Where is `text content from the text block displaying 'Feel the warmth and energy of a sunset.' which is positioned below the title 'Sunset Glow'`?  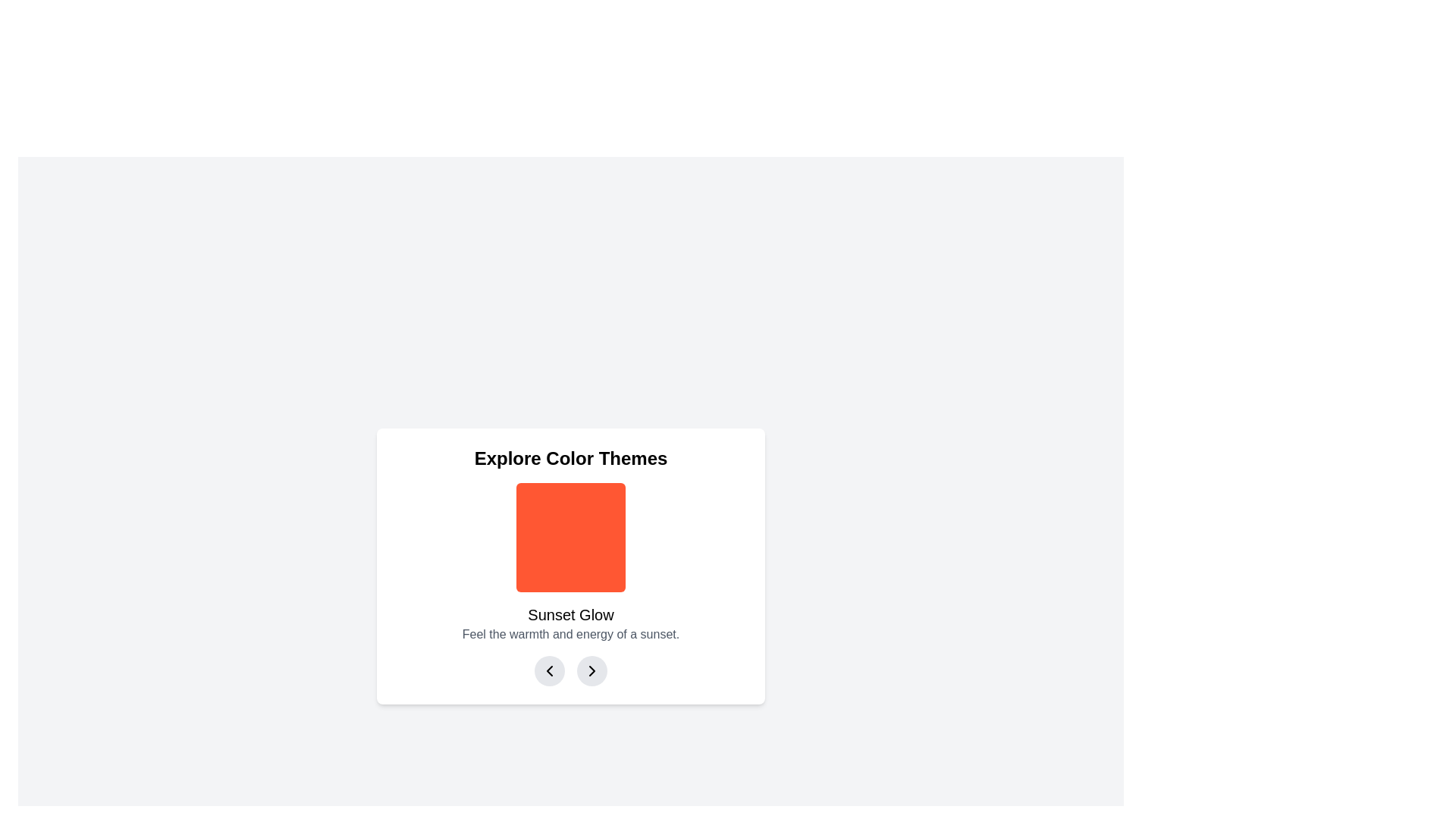 text content from the text block displaying 'Feel the warmth and energy of a sunset.' which is positioned below the title 'Sunset Glow' is located at coordinates (570, 635).